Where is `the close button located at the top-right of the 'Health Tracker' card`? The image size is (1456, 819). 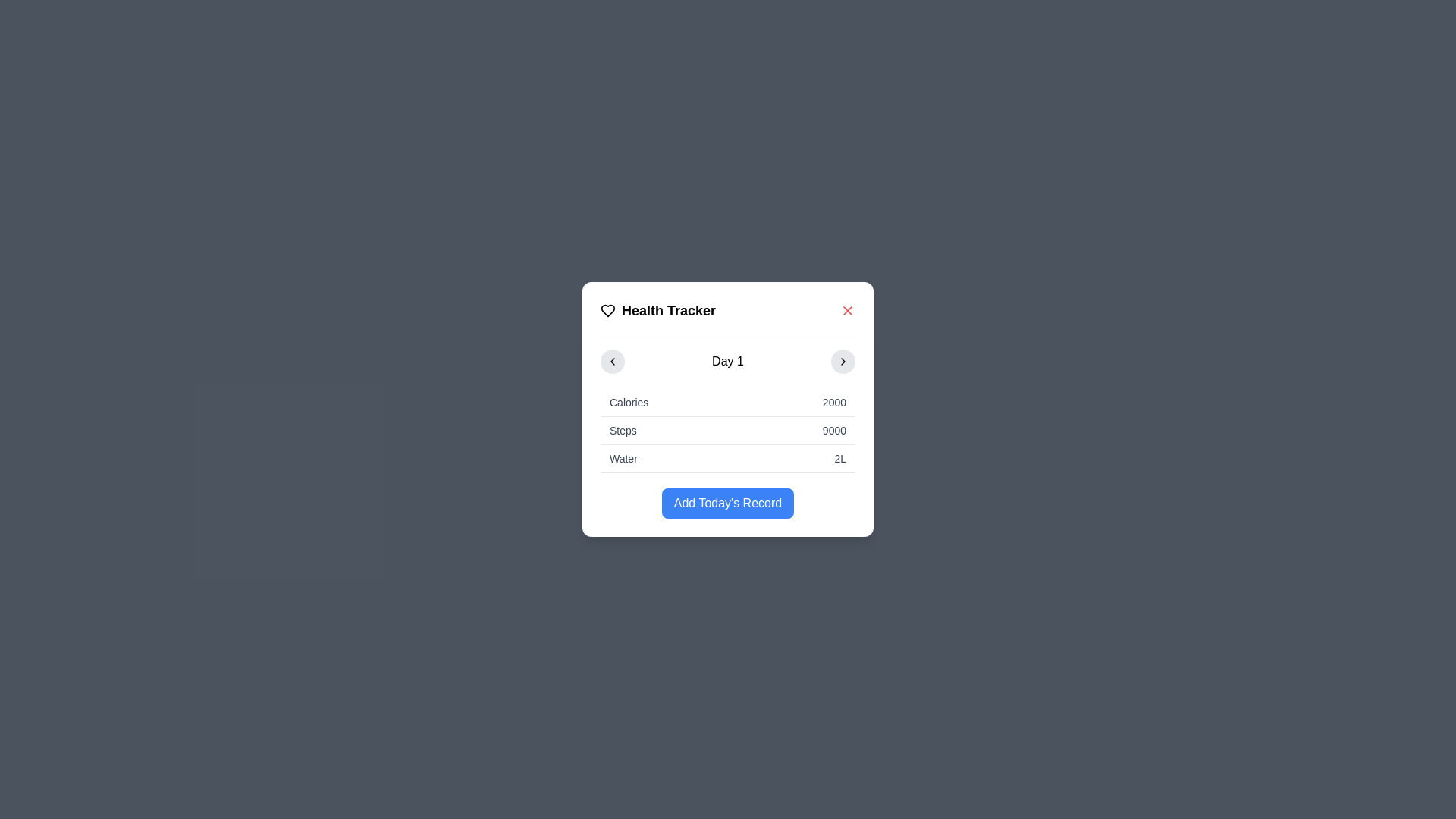
the close button located at the top-right of the 'Health Tracker' card is located at coordinates (847, 309).